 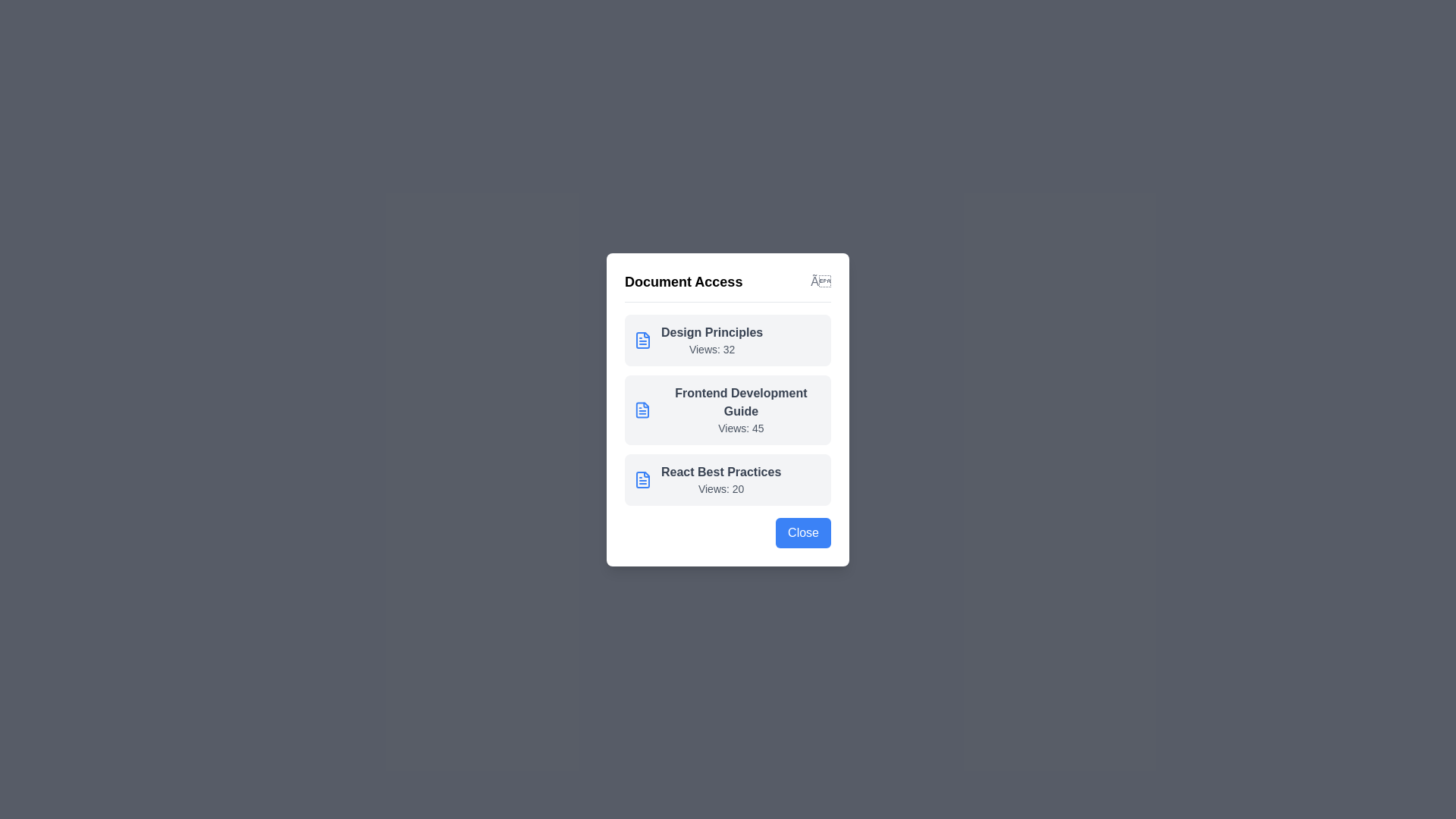 What do you see at coordinates (819, 281) in the screenshot?
I see `the close button to close the dialog` at bounding box center [819, 281].